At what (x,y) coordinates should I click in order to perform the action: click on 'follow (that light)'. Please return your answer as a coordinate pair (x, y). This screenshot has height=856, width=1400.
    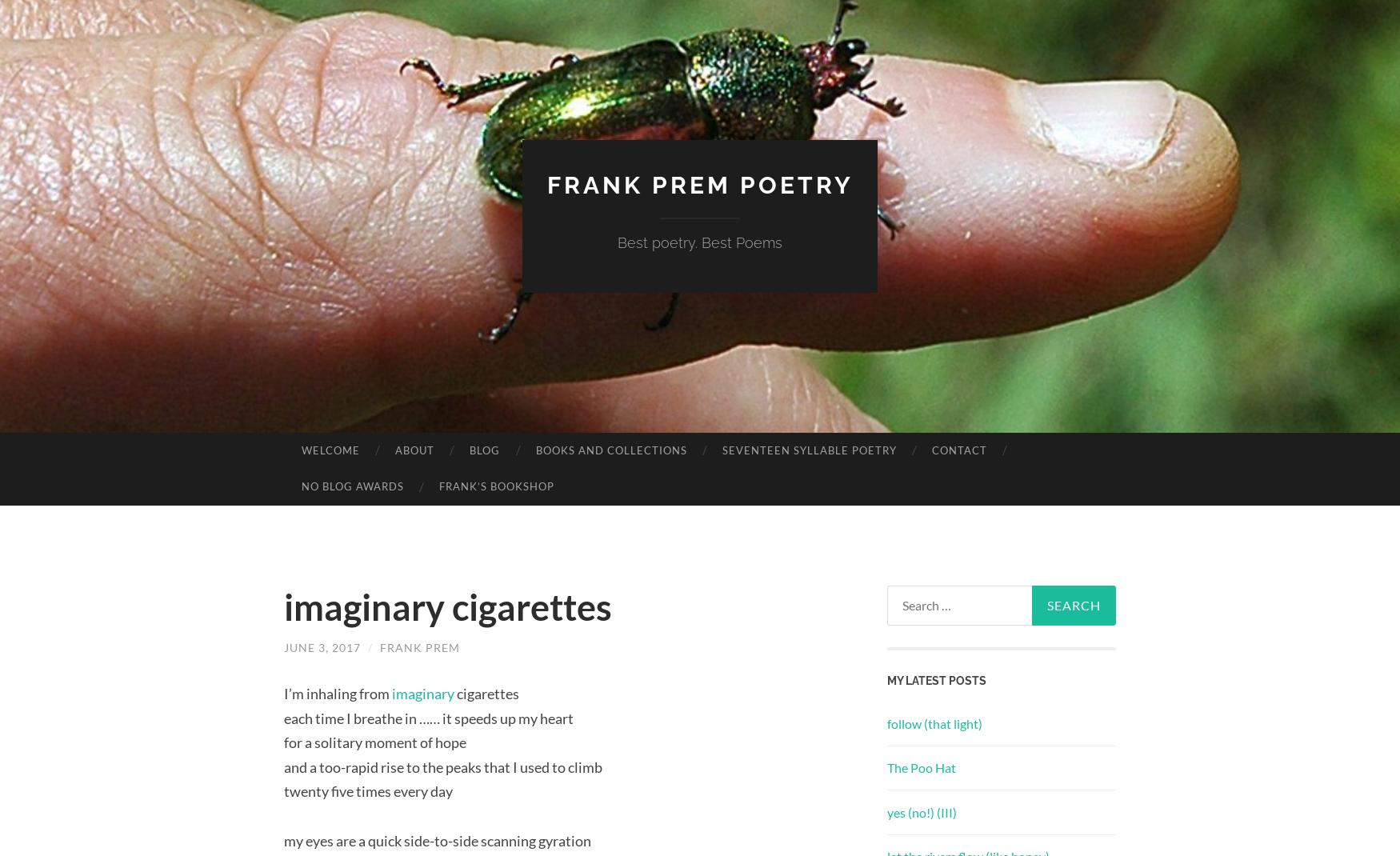
    Looking at the image, I should click on (934, 722).